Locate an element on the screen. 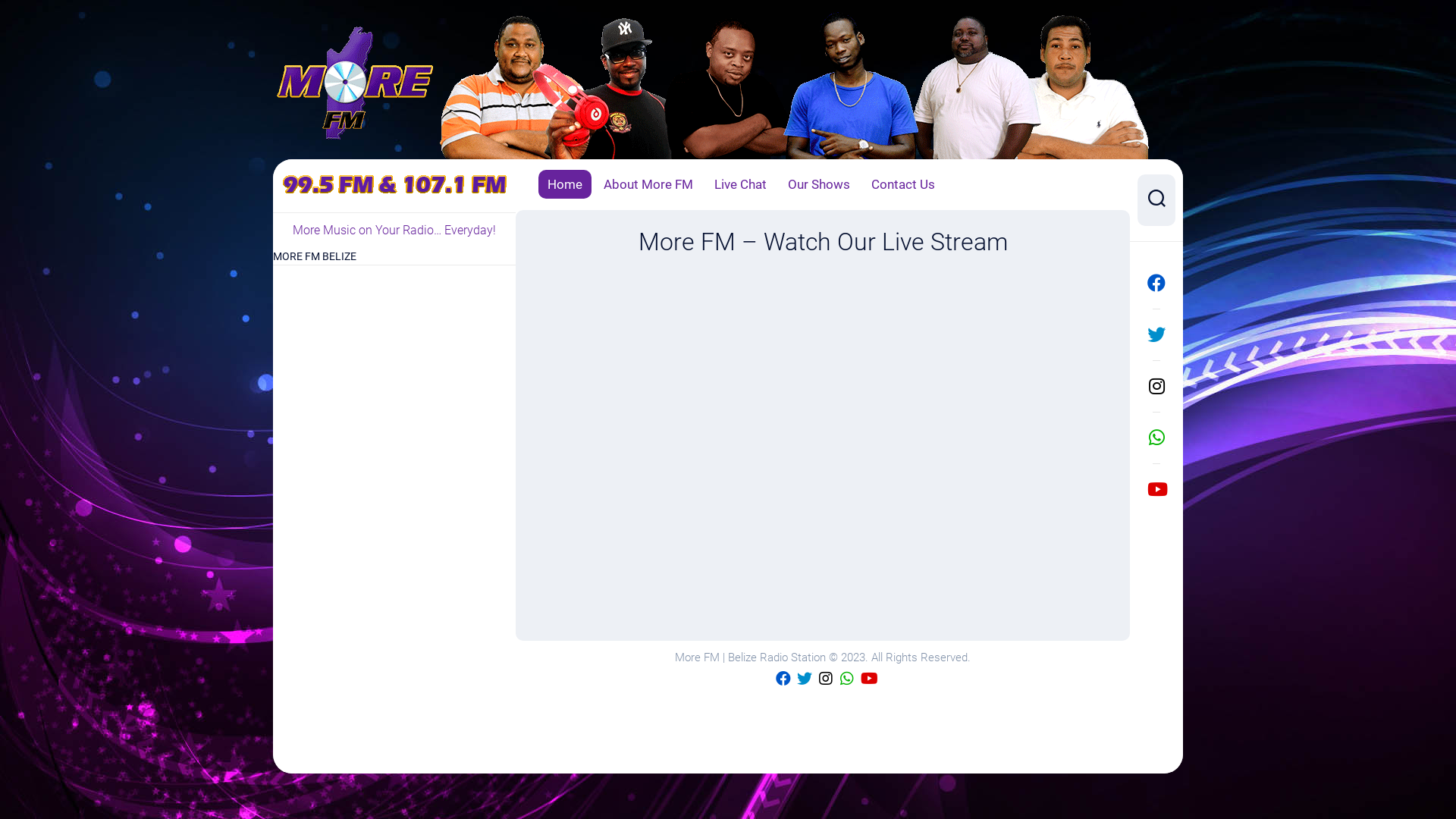 The height and width of the screenshot is (819, 1456). 'Twitter' is located at coordinates (1137, 333).